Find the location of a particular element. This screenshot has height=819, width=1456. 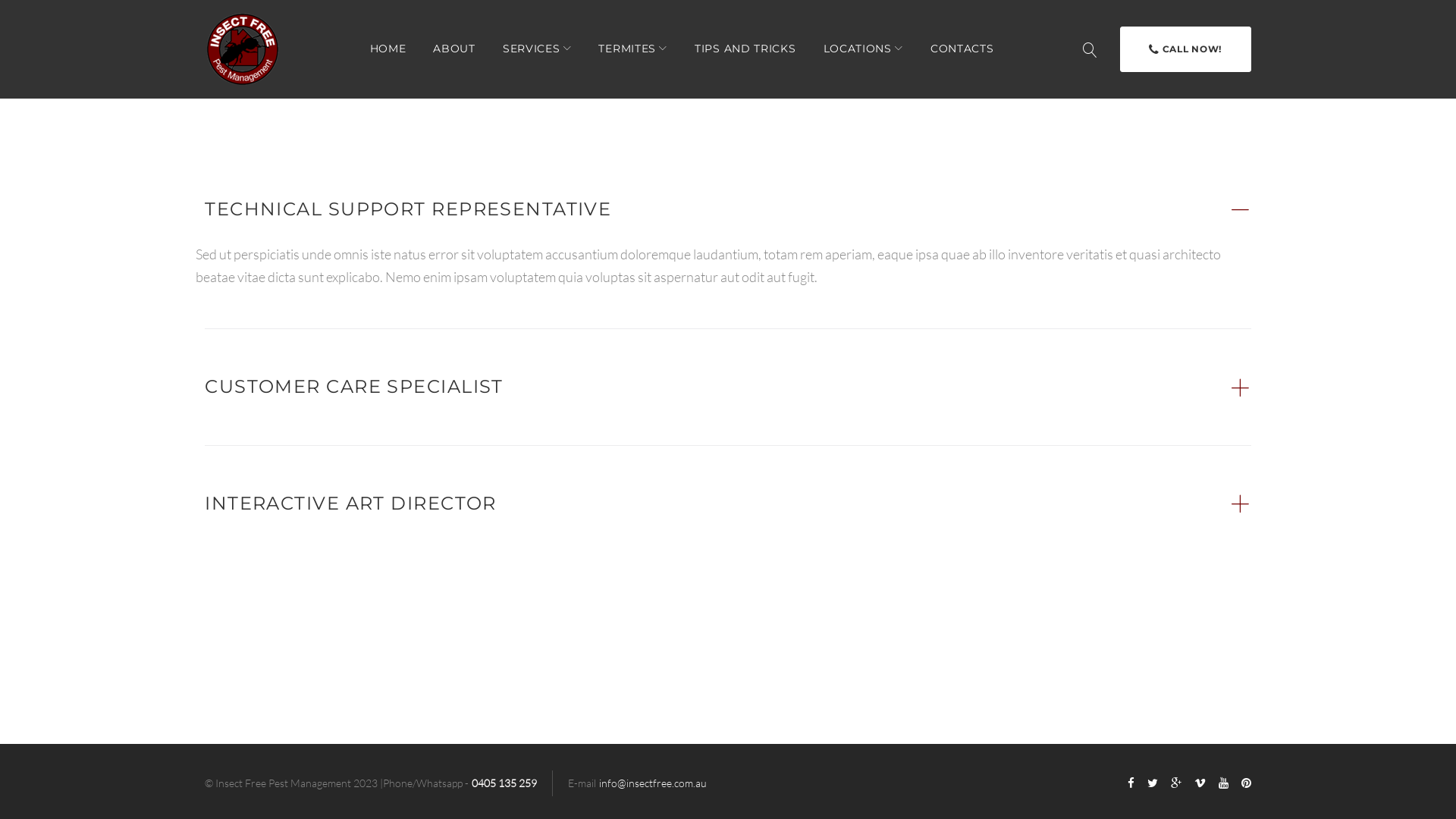

'info@insectfree.com.au' is located at coordinates (598, 783).